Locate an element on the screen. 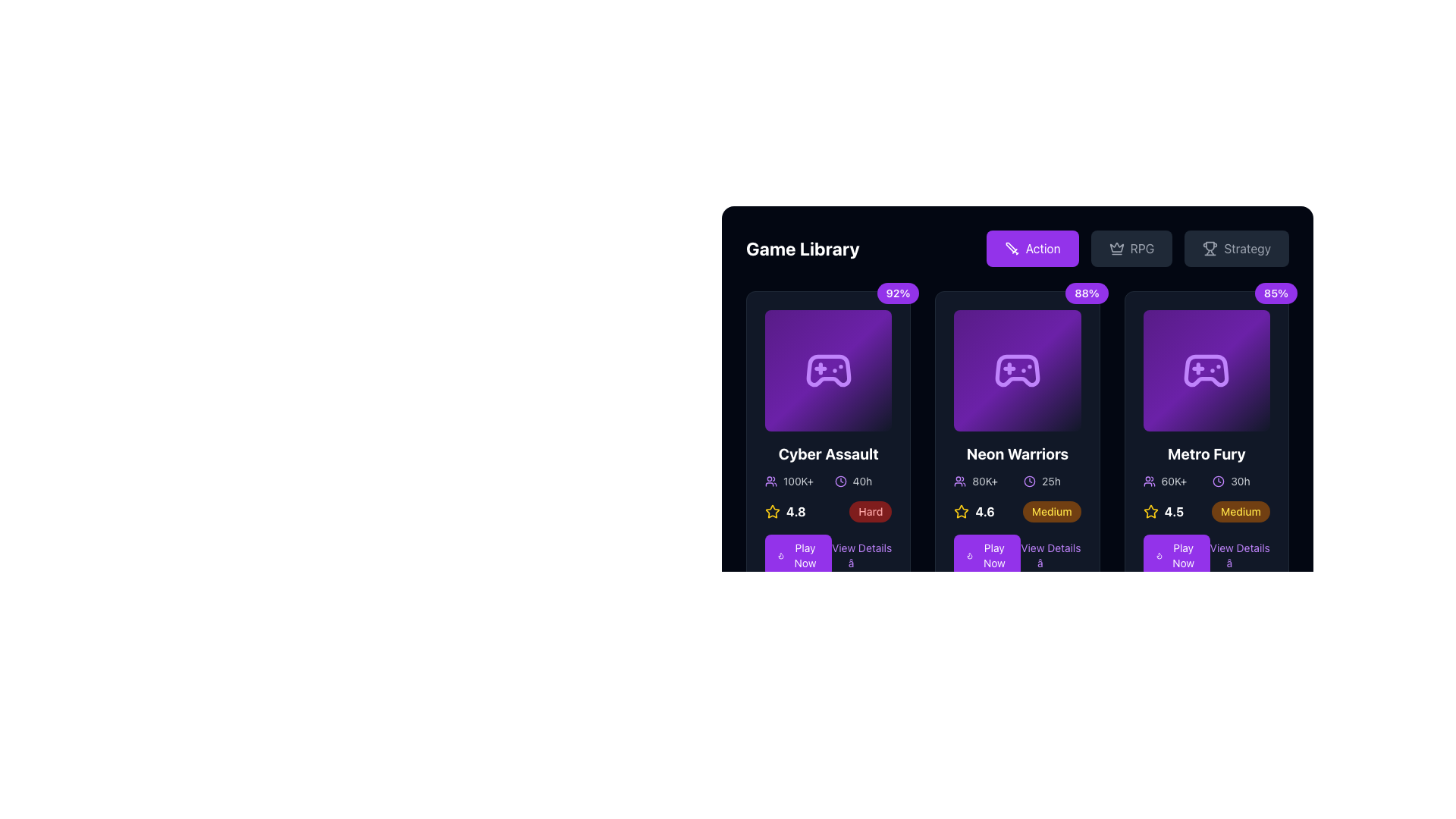 The image size is (1456, 819). the small group of people icon, which is styled with thin purple outlines and indicates a user count, located to the left of the text '60K+' within the lower part of the 'Metro Fury' card is located at coordinates (1149, 482).